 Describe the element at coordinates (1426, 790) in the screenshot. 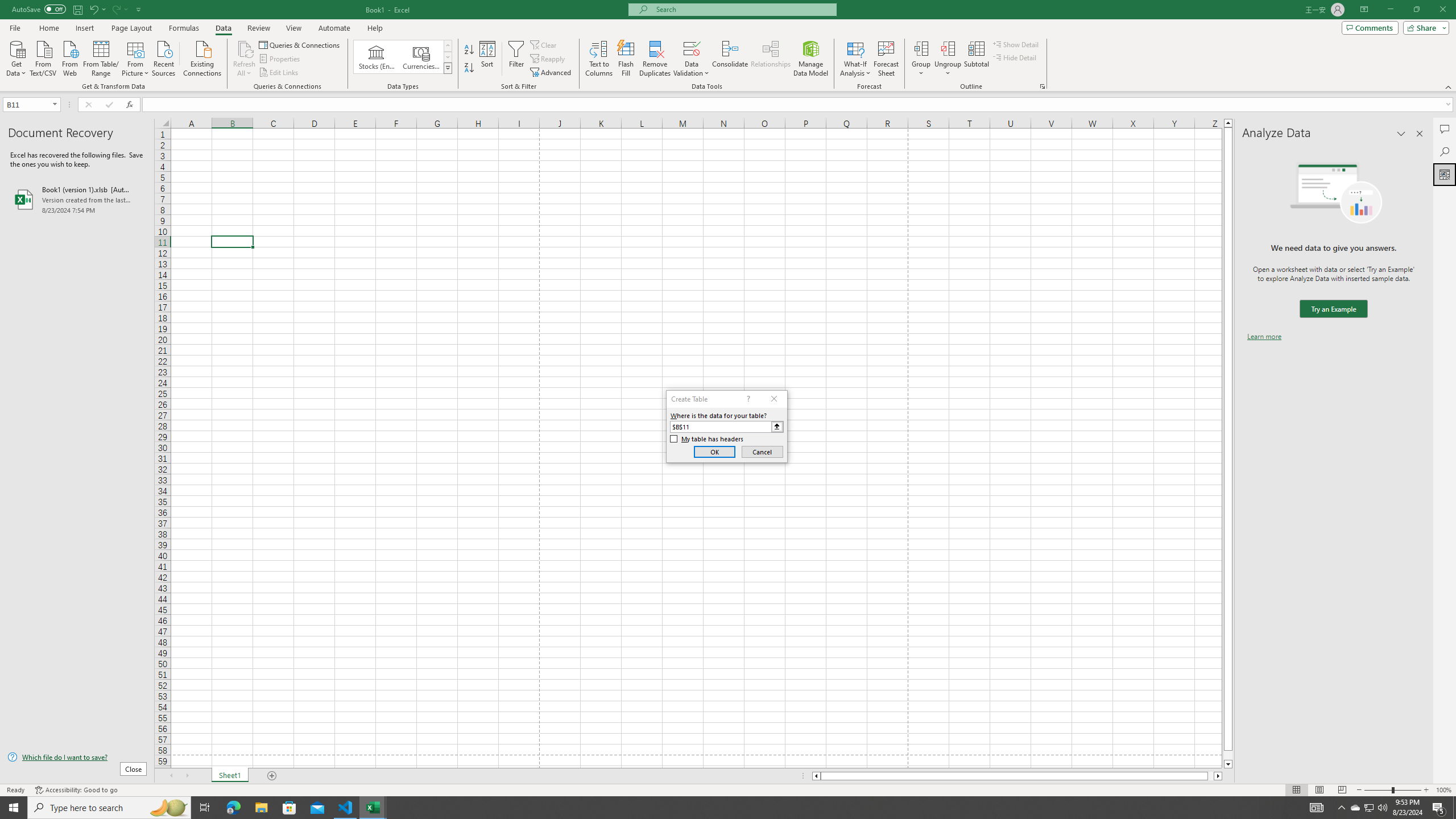

I see `'Zoom In'` at that location.